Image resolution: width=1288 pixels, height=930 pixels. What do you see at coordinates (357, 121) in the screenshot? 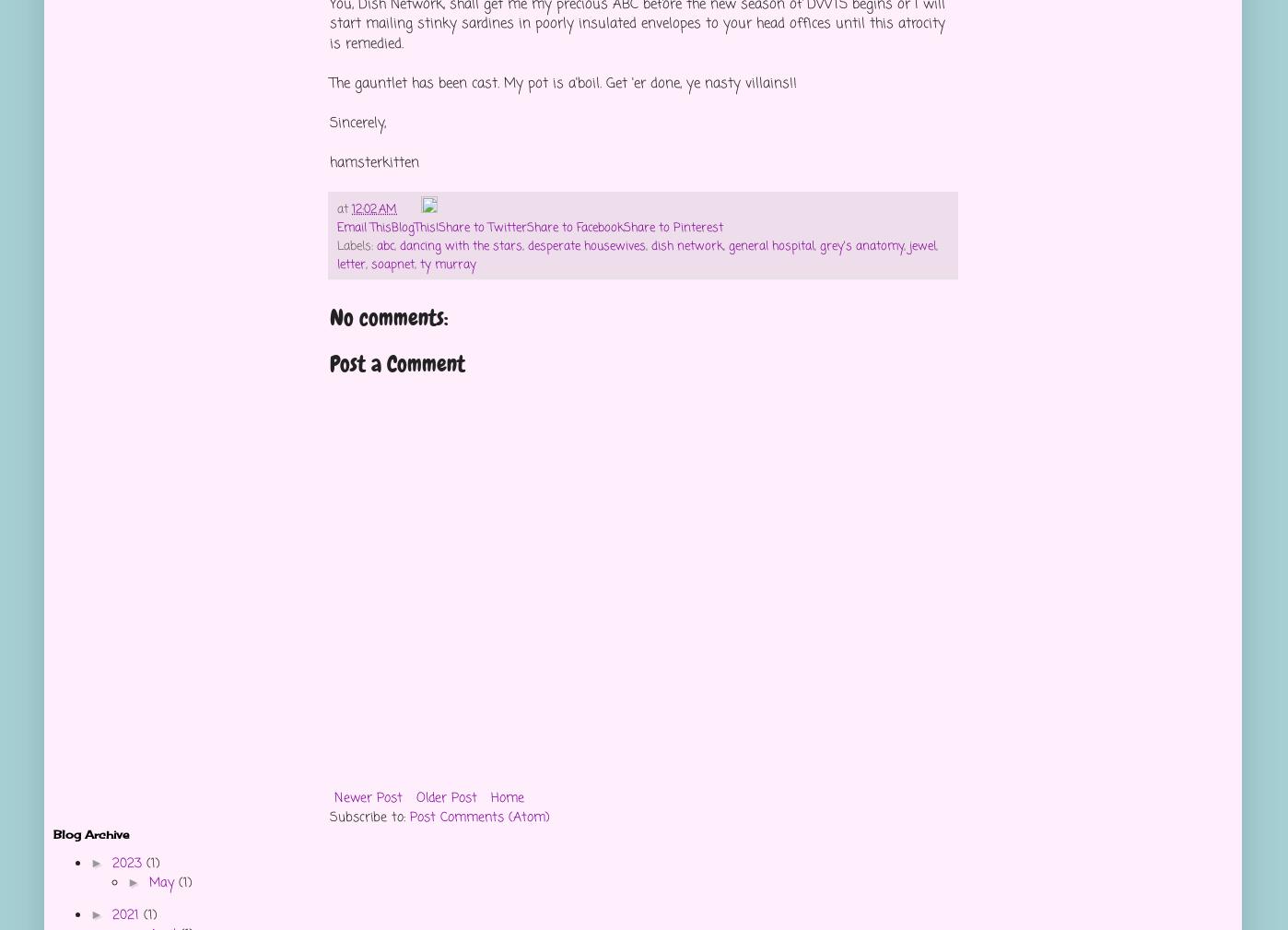
I see `'Sincerely,'` at bounding box center [357, 121].